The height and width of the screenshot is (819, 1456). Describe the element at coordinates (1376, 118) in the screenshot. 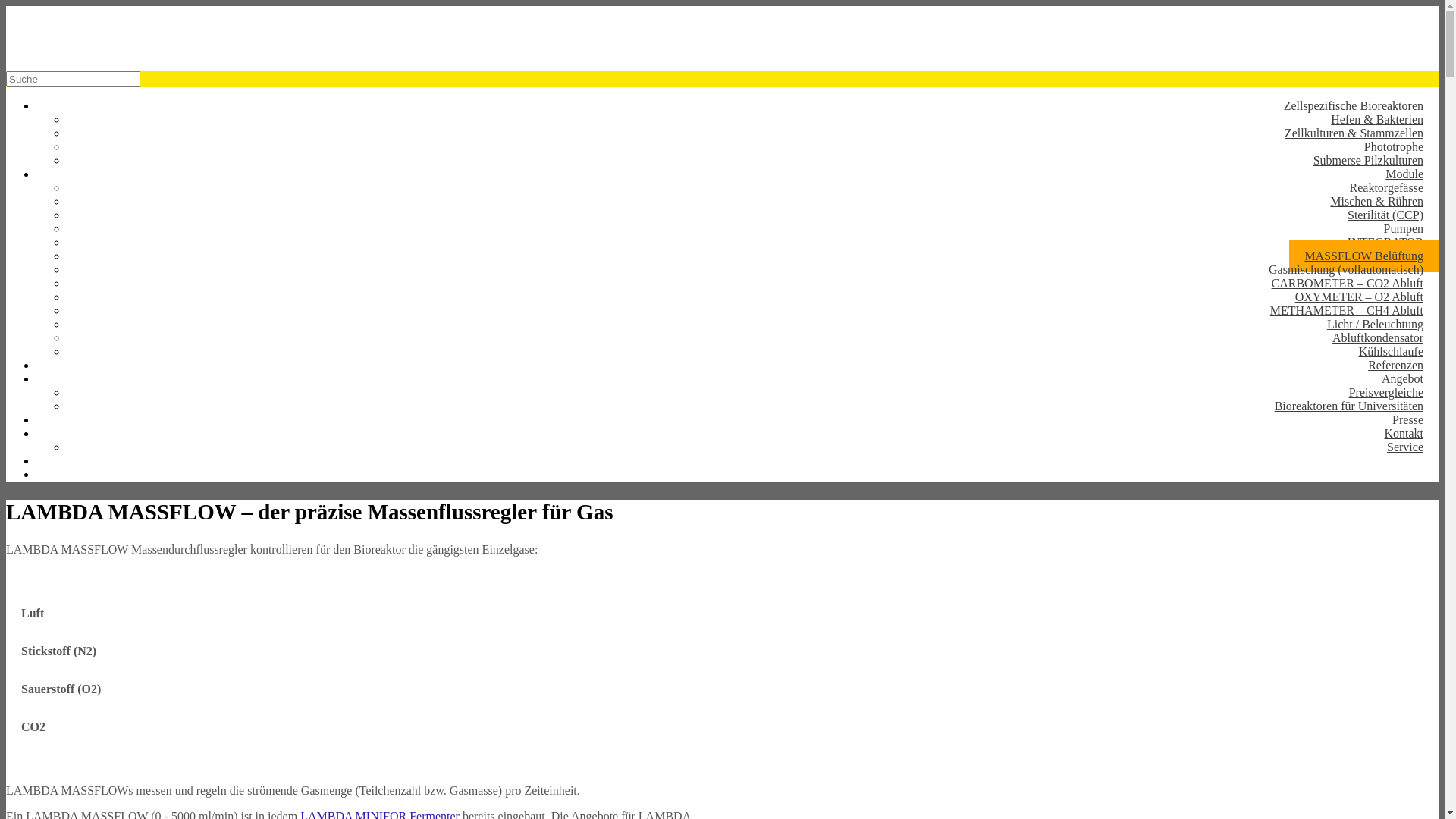

I see `'Hefen & Bakterien'` at that location.